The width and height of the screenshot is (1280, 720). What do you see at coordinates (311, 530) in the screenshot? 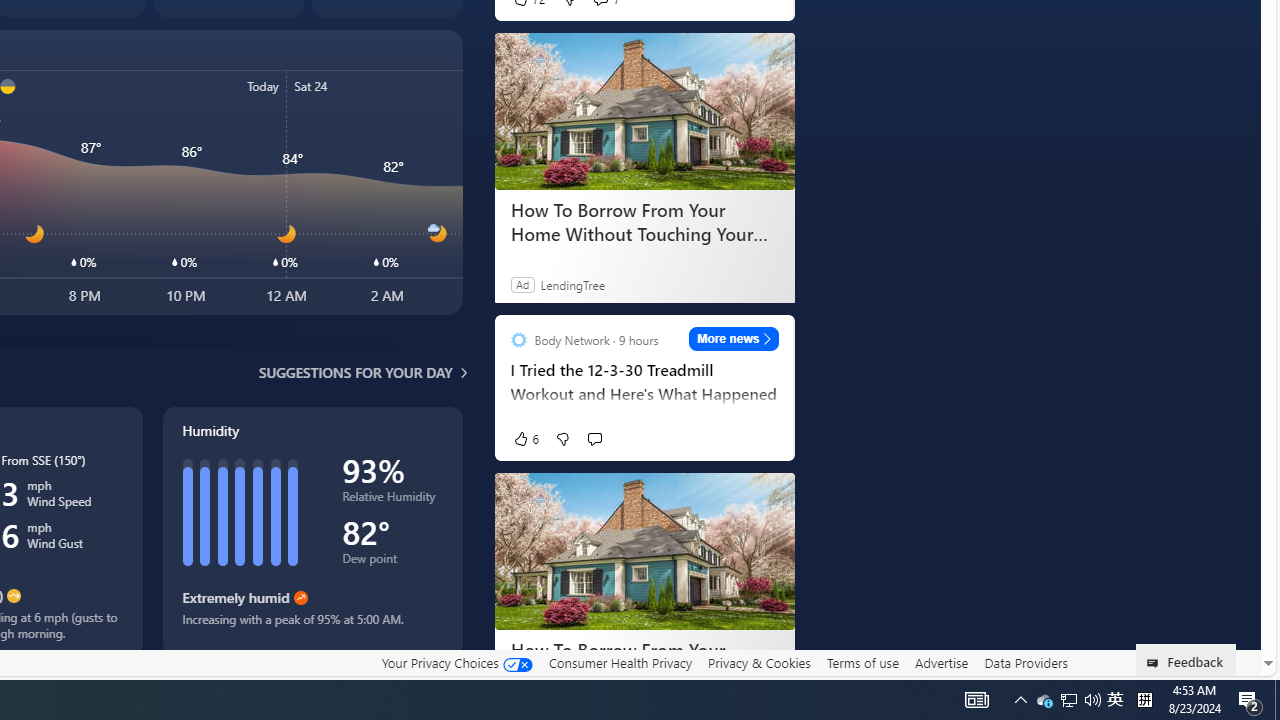
I see `'Humidity'` at bounding box center [311, 530].